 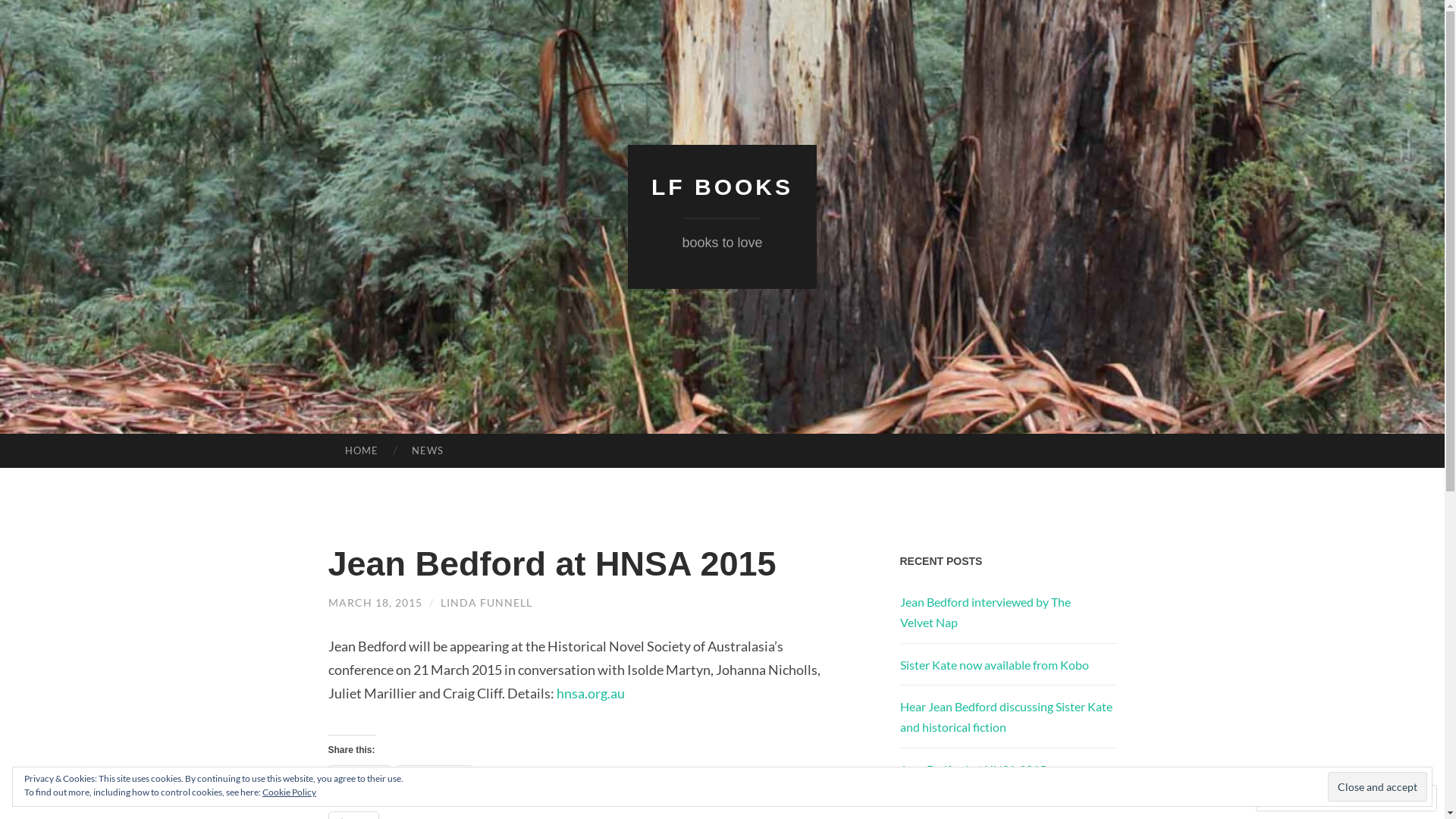 I want to click on 'NEWS', so click(x=427, y=450).